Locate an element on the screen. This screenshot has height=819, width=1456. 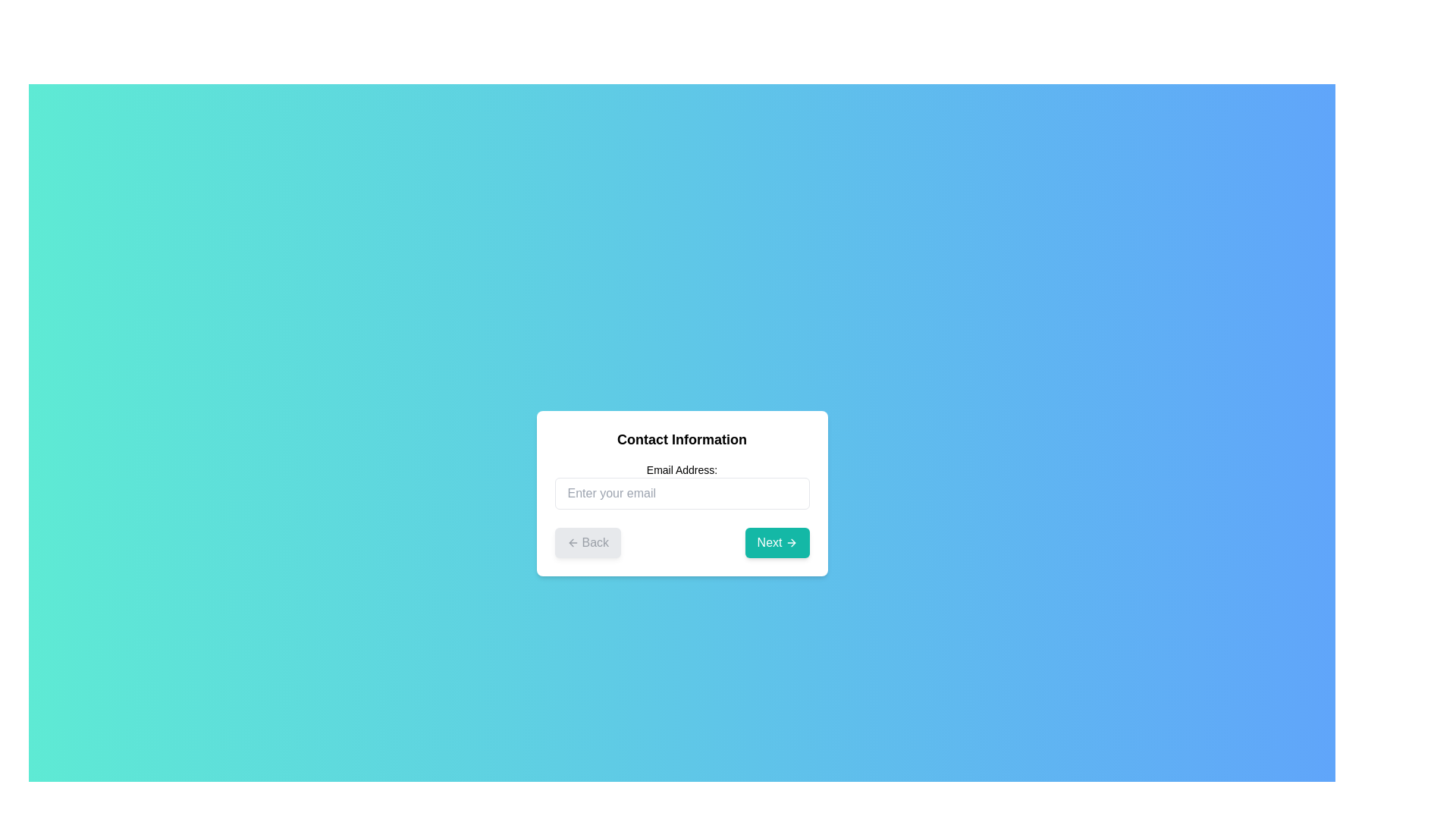
the 'Next' button, which is a teal rectangular button located at the bottom-right corner of a translucent white modal, to proceed to the next step is located at coordinates (790, 542).